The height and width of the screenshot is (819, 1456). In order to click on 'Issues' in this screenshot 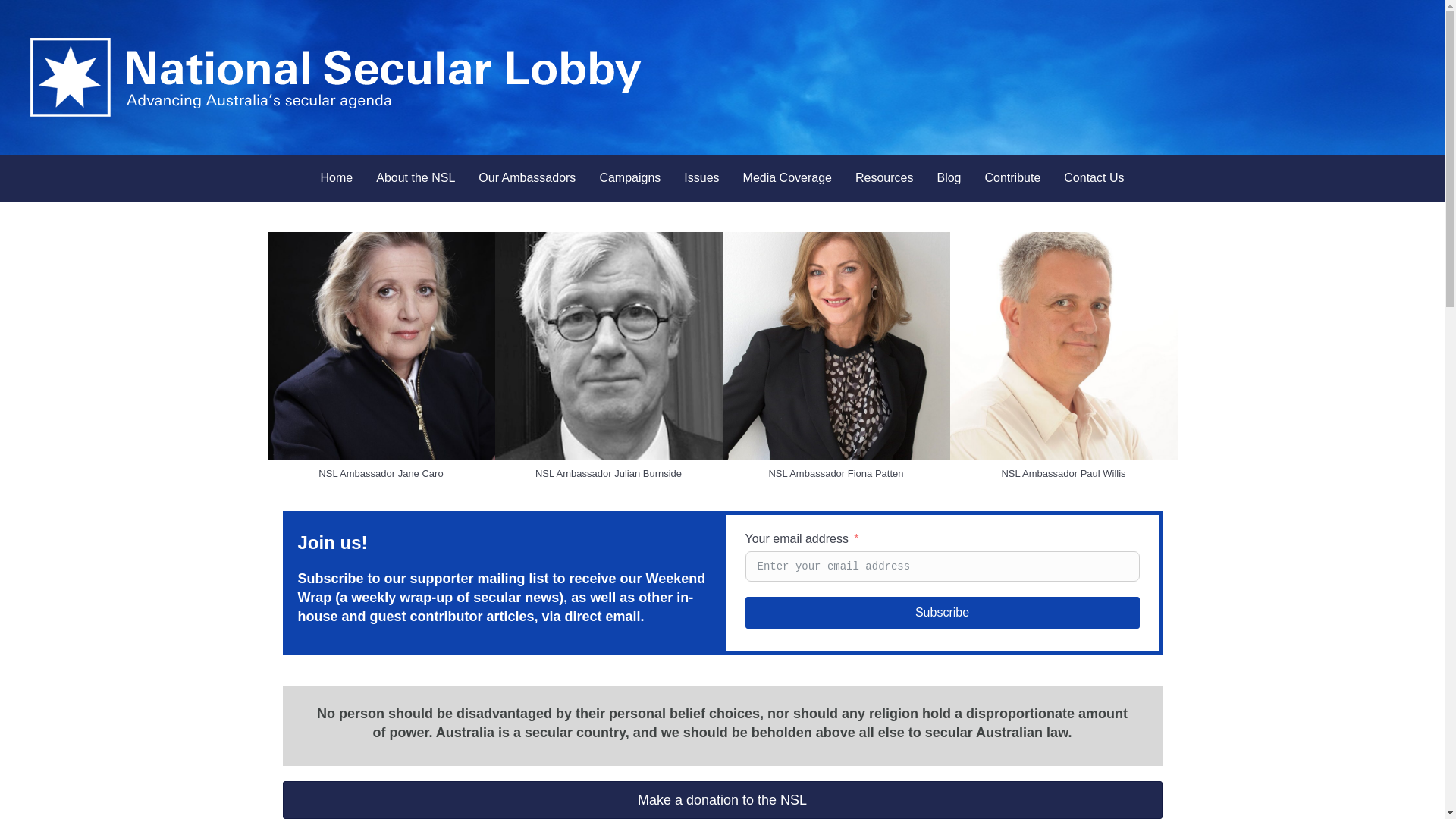, I will do `click(701, 177)`.